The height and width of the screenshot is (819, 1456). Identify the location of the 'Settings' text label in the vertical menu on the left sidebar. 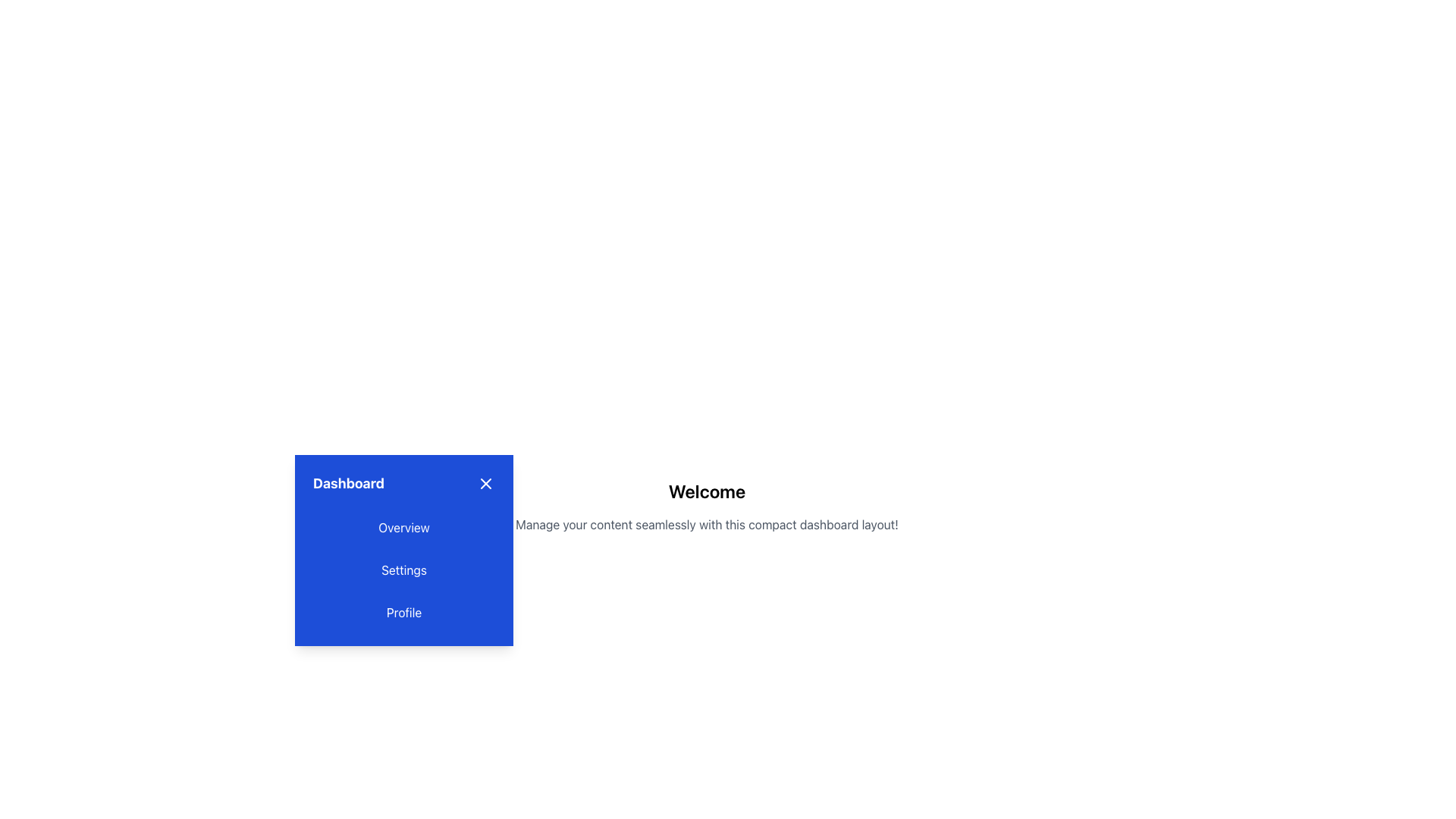
(403, 570).